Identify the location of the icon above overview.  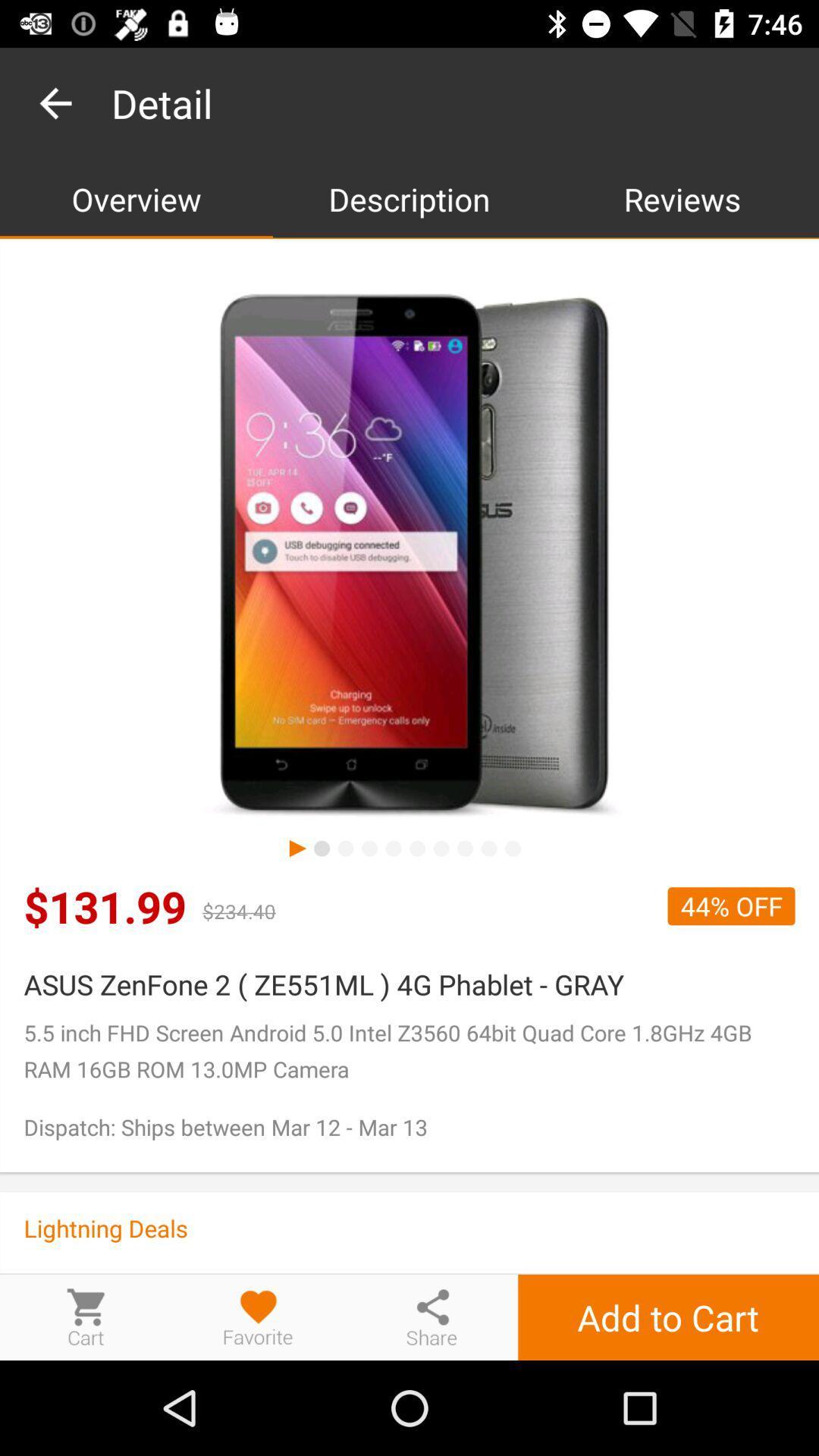
(55, 102).